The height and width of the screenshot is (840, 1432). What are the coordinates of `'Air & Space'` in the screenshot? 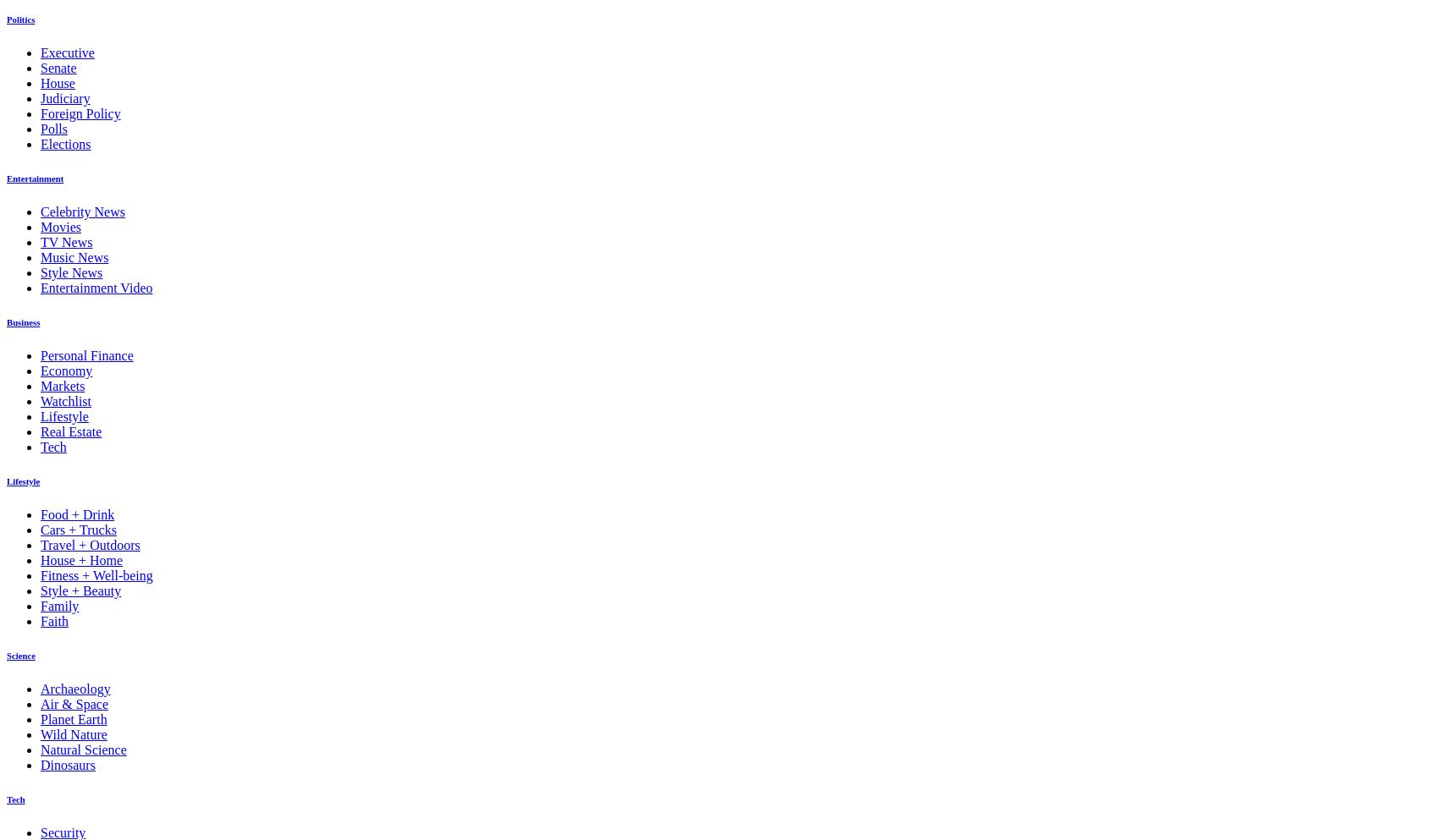 It's located at (74, 704).